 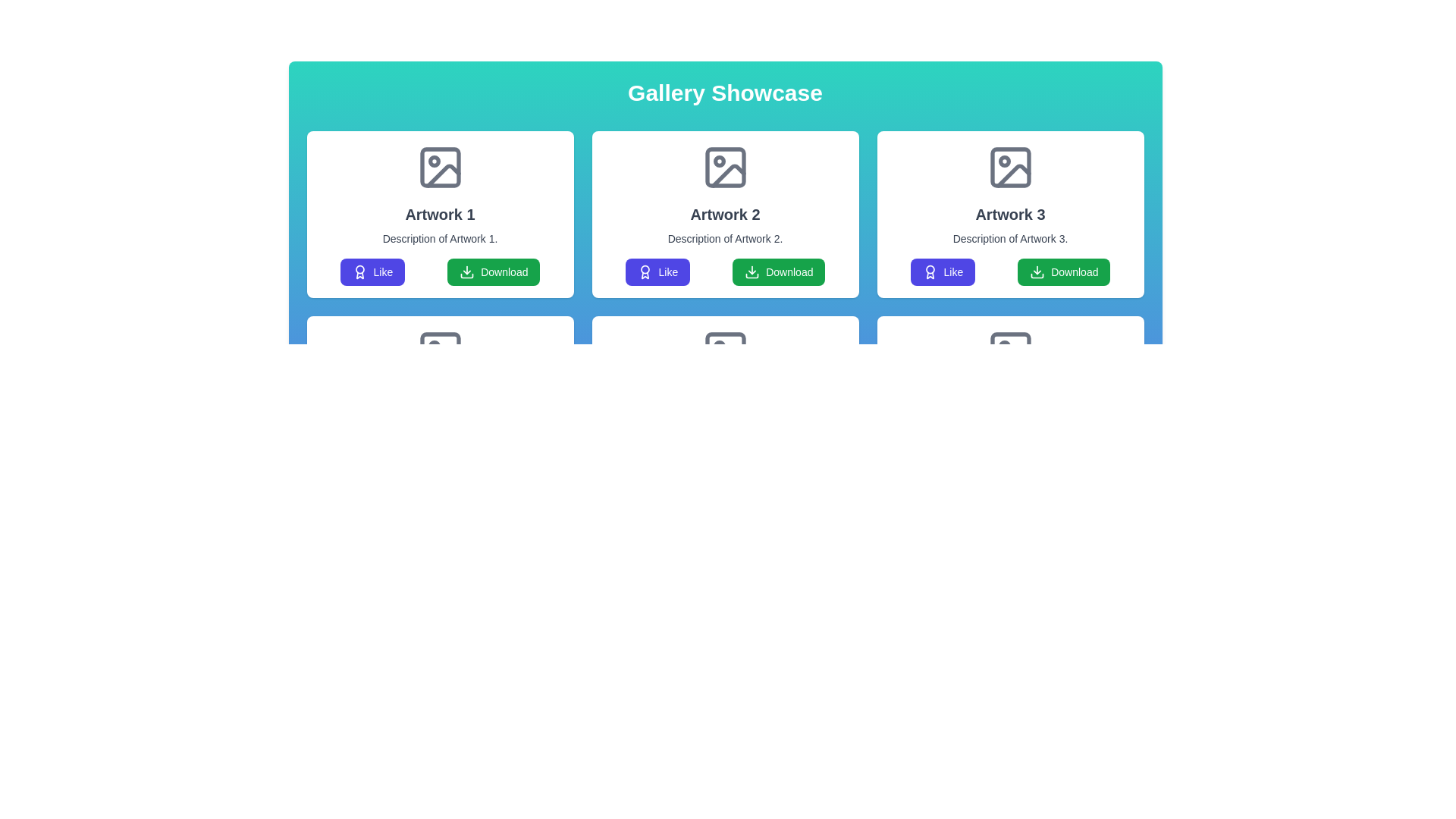 What do you see at coordinates (359, 268) in the screenshot?
I see `the Decorative circular SVG element that is part of the 'Like' button in the first card of the grid, located under the title and description of 'Artwork 1'` at bounding box center [359, 268].